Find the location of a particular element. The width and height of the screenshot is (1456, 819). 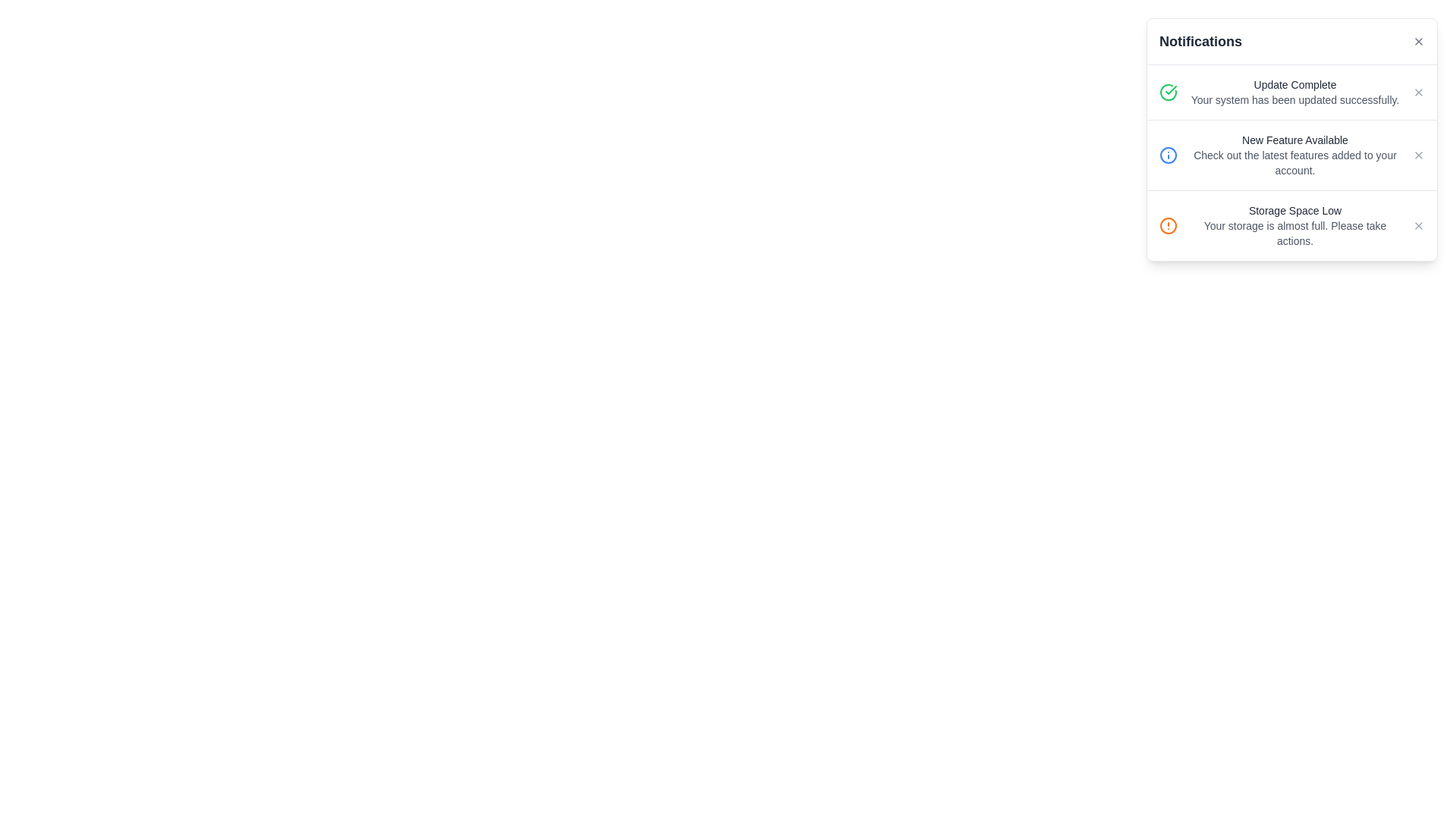

the Notification item that informs the user about a newly available feature in their account for more information is located at coordinates (1291, 163).